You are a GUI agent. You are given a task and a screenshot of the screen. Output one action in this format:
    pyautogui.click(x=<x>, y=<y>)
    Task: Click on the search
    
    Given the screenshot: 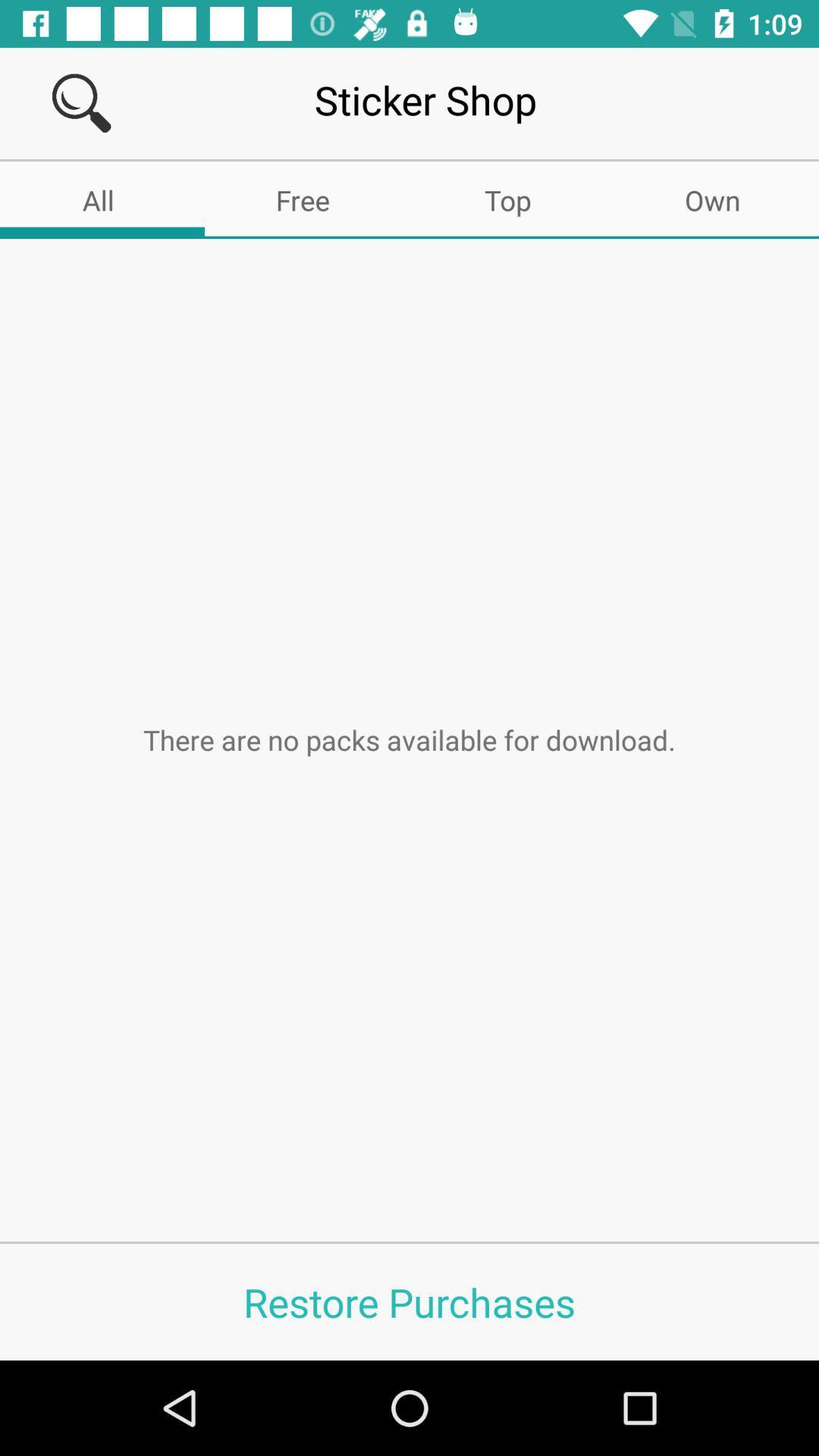 What is the action you would take?
    pyautogui.click(x=81, y=102)
    